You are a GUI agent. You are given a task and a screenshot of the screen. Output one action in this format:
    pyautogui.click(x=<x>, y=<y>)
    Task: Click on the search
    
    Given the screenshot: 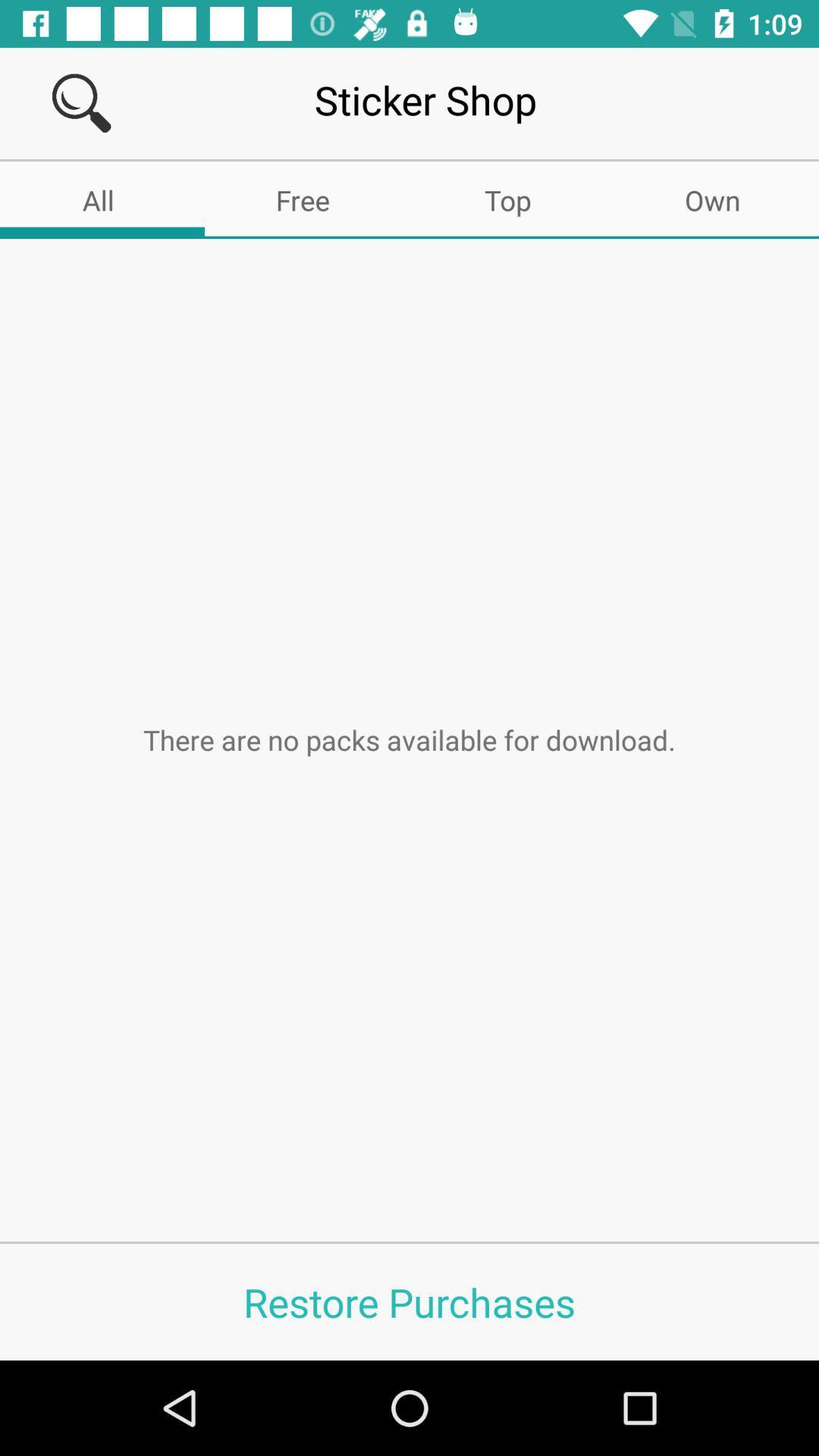 What is the action you would take?
    pyautogui.click(x=81, y=102)
    